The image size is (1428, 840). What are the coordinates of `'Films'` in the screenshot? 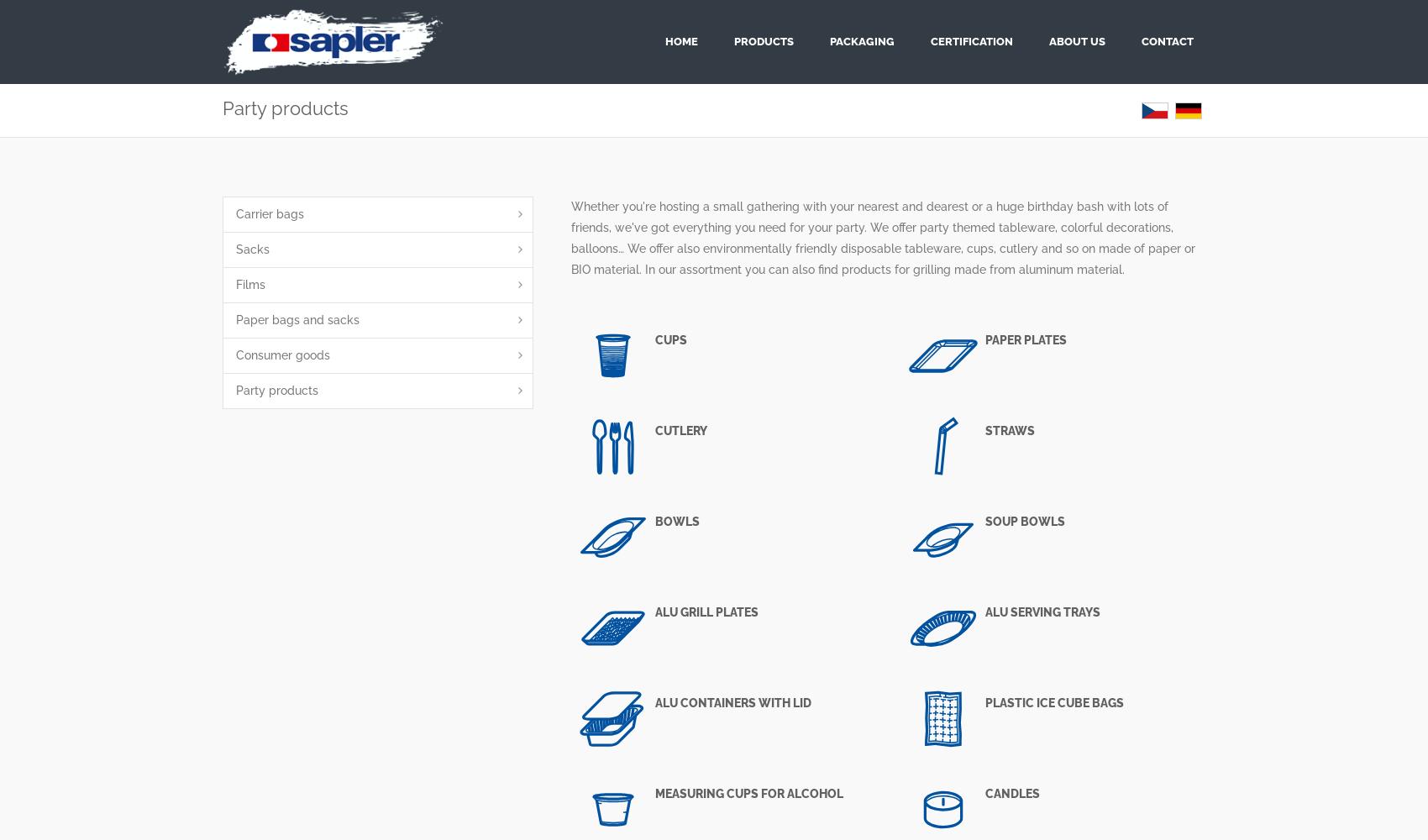 It's located at (250, 284).